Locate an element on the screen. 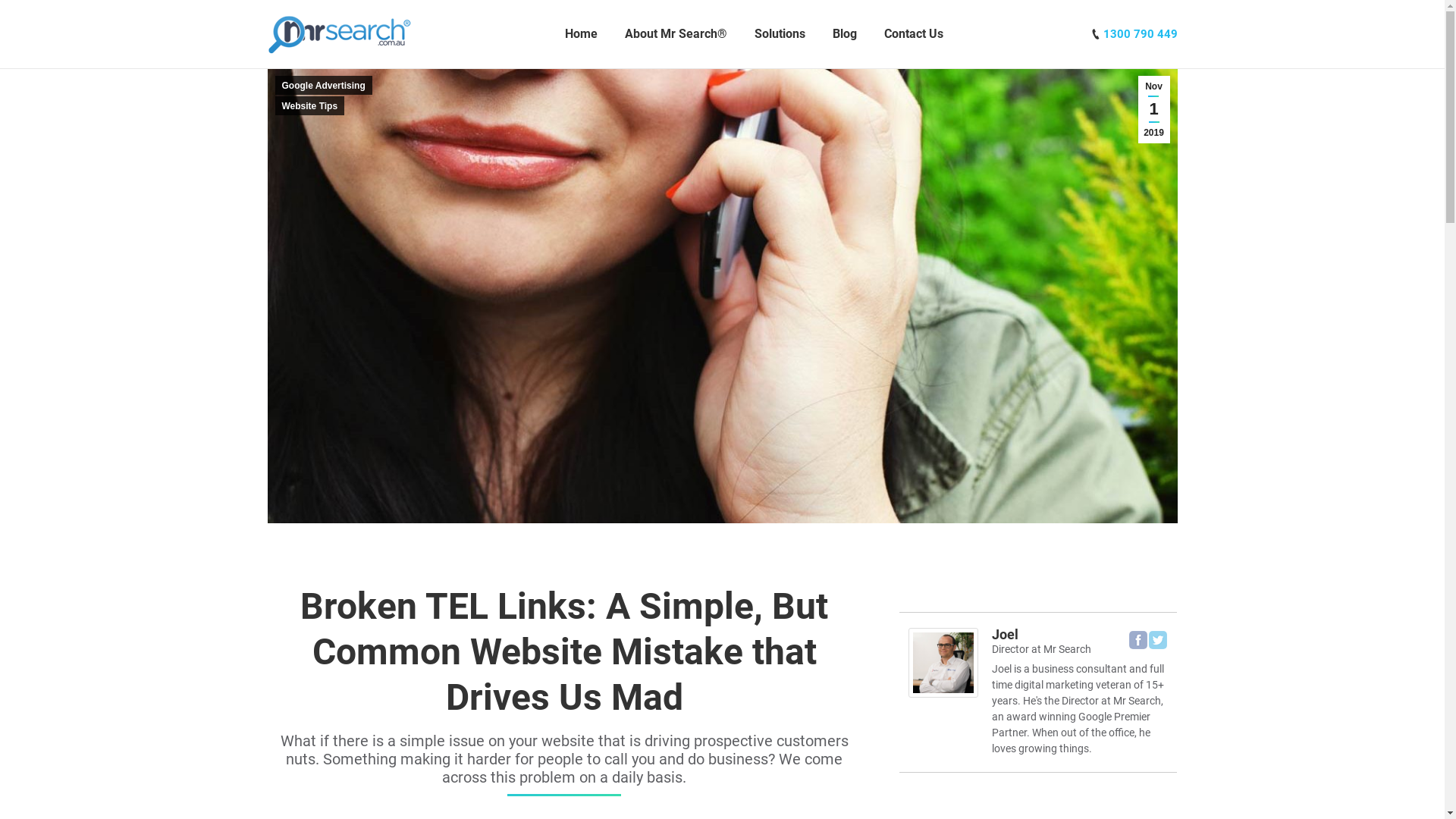  '1300 790 449' is located at coordinates (1139, 34).